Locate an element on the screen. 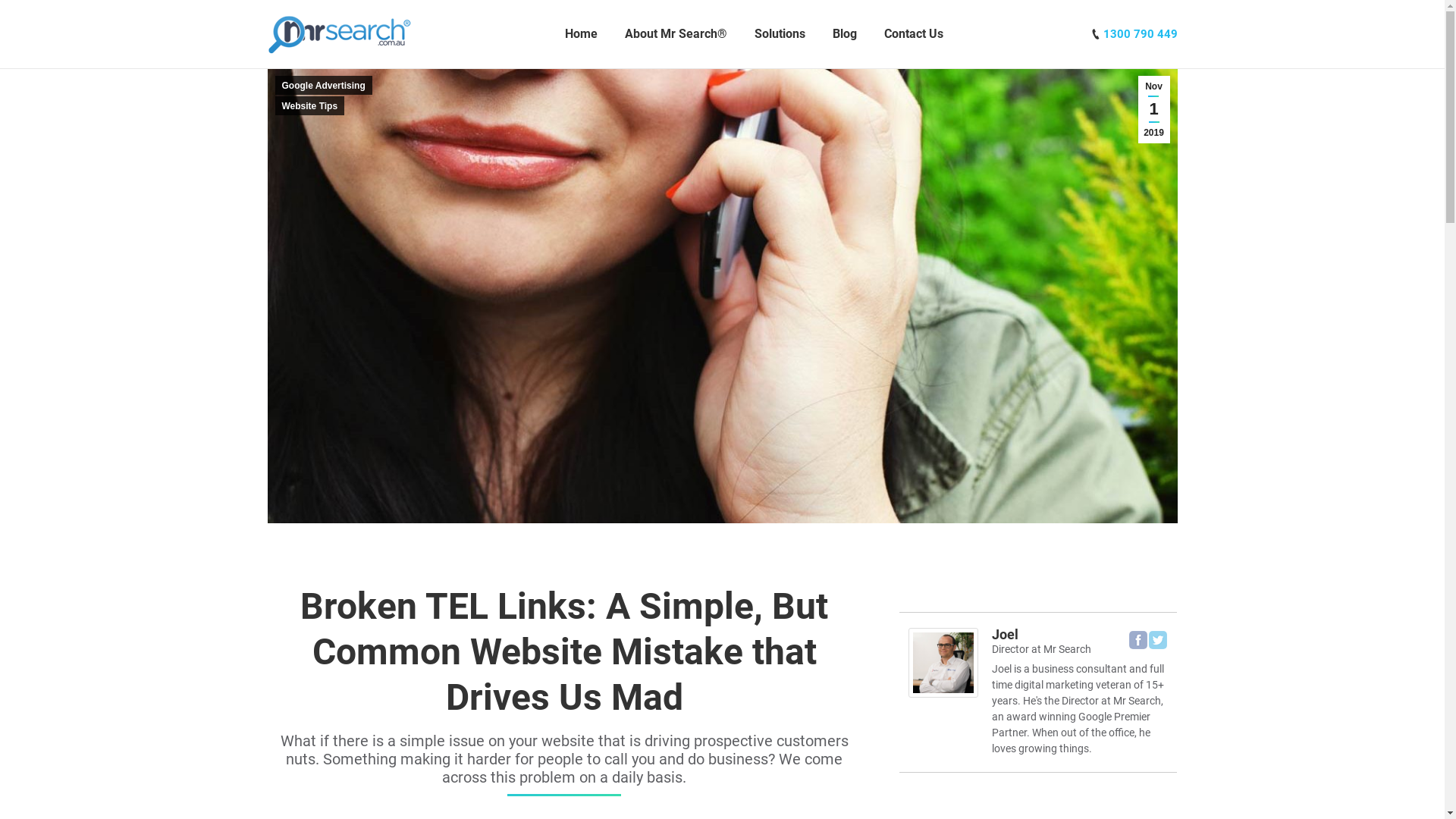  '1300 790 449' is located at coordinates (1139, 34).